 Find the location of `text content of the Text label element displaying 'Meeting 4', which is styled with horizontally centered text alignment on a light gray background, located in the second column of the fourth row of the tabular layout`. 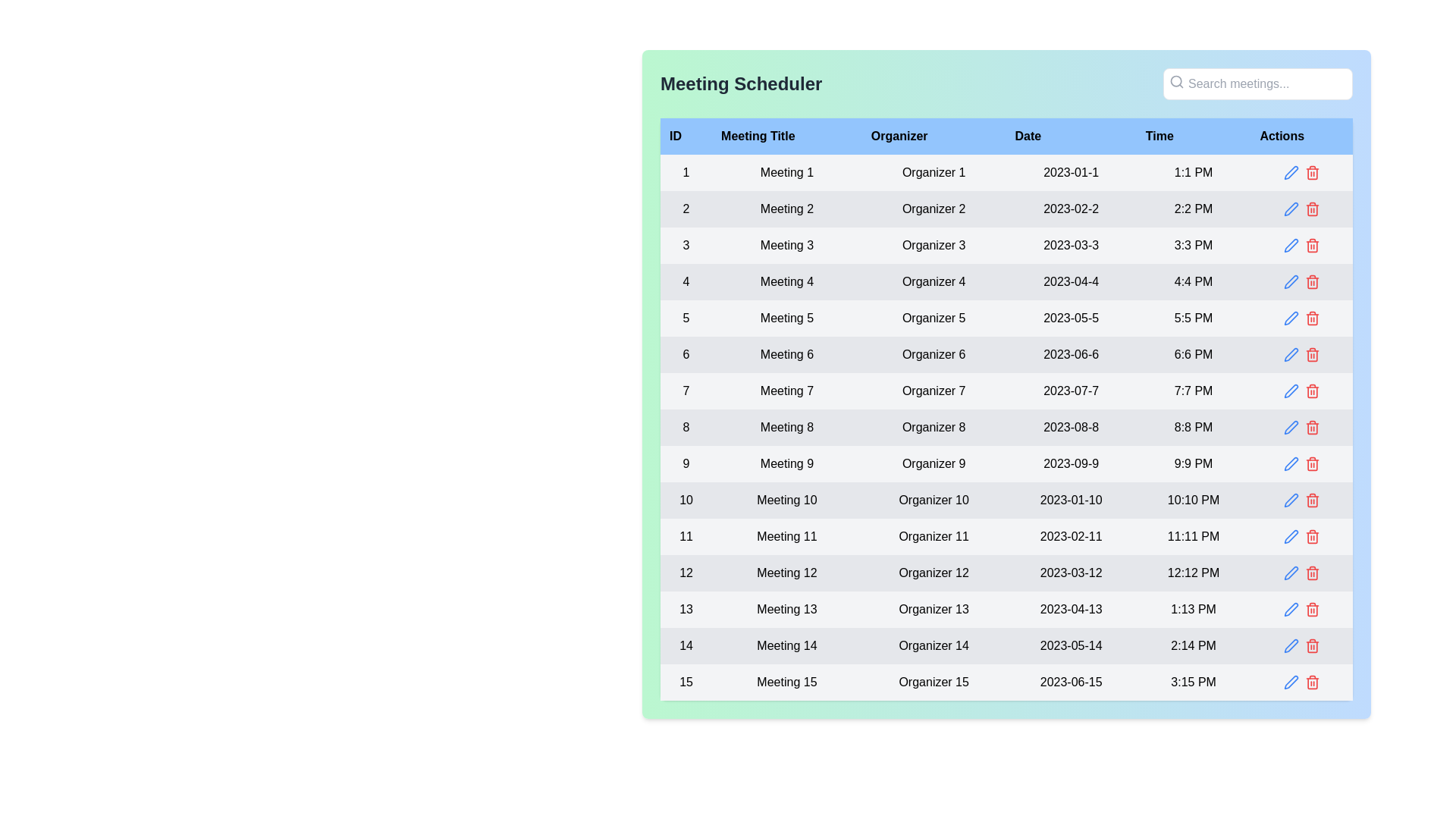

text content of the Text label element displaying 'Meeting 4', which is styled with horizontally centered text alignment on a light gray background, located in the second column of the fourth row of the tabular layout is located at coordinates (786, 281).